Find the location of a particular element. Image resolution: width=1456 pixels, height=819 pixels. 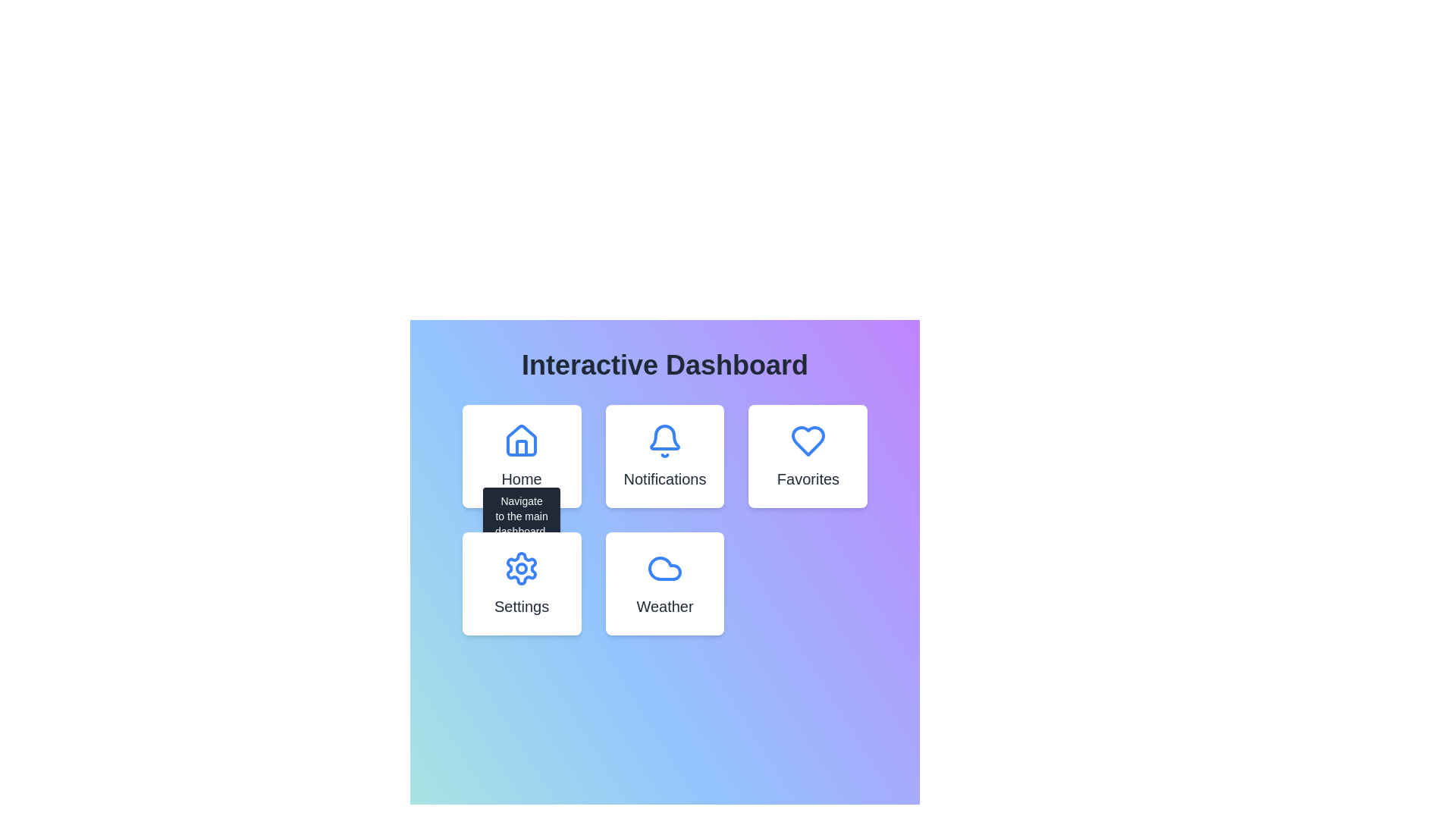

the cogwheel-shaped icon symbolizing settings, which is centered within the 'Settings' button located at the bottom-left corner of the grid layout is located at coordinates (522, 568).